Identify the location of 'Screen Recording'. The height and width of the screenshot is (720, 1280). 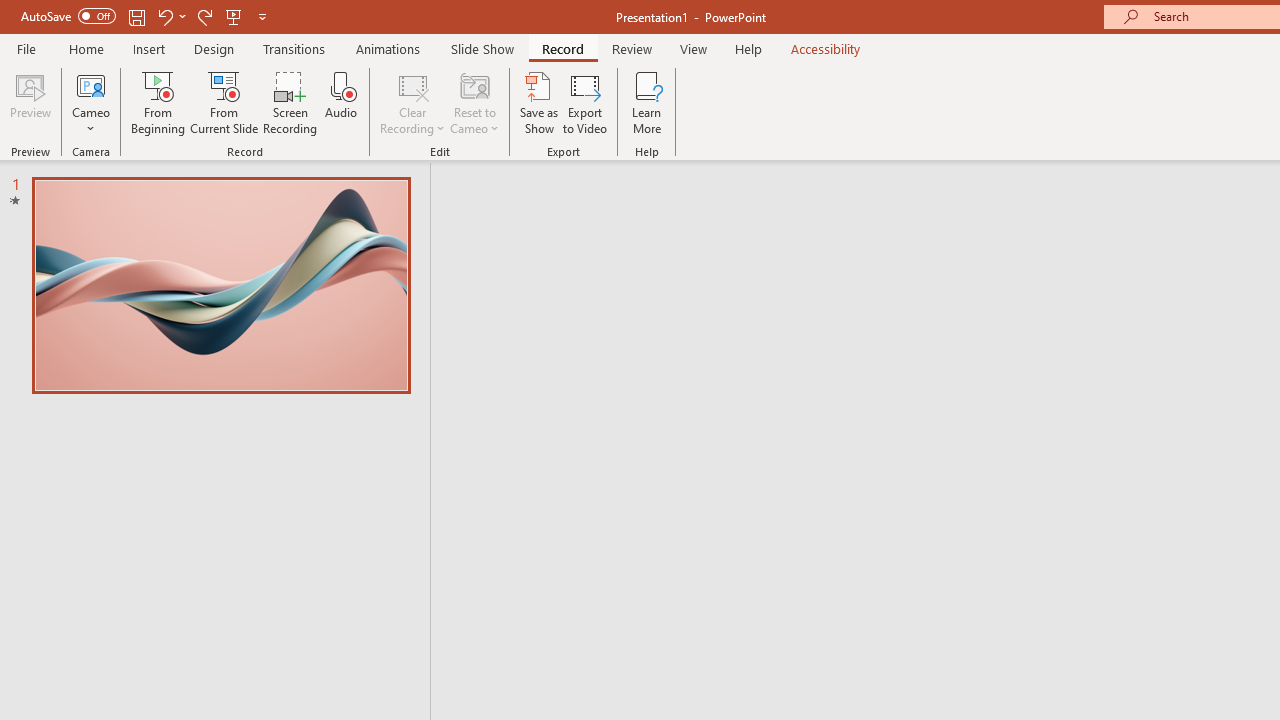
(289, 103).